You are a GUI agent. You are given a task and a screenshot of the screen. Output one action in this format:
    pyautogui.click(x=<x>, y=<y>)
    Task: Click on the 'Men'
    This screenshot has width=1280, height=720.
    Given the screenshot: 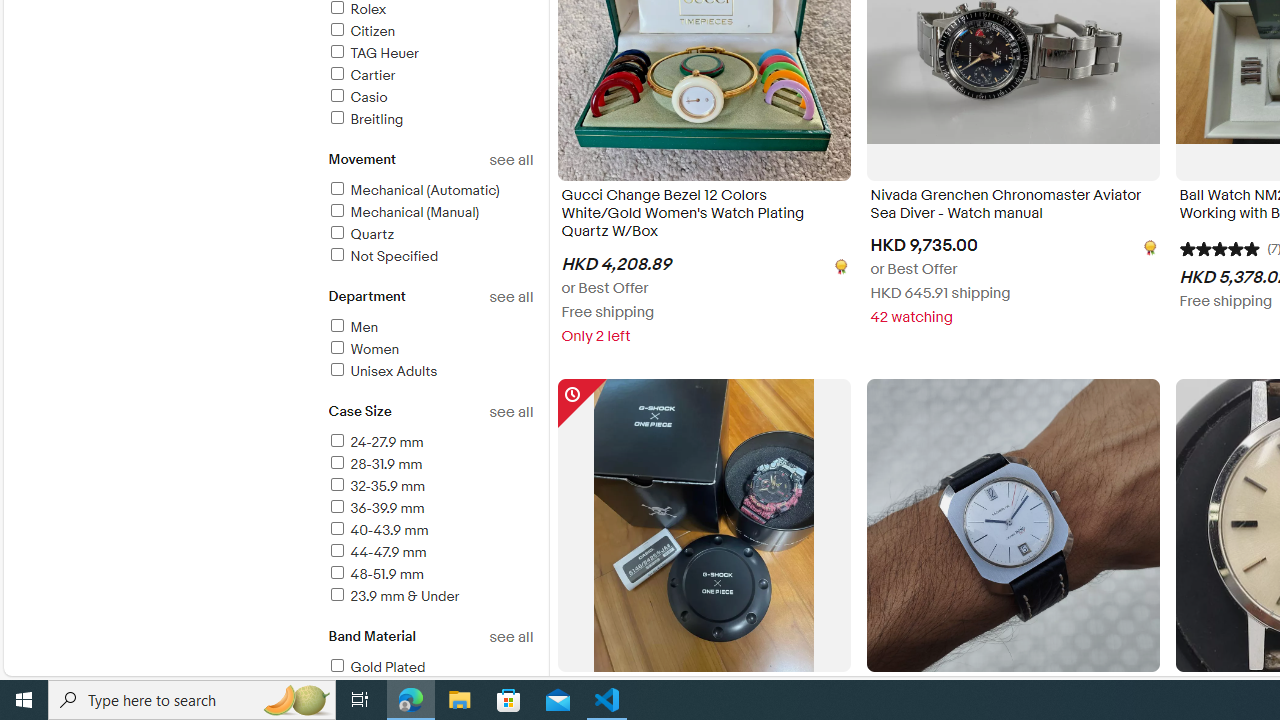 What is the action you would take?
    pyautogui.click(x=429, y=327)
    